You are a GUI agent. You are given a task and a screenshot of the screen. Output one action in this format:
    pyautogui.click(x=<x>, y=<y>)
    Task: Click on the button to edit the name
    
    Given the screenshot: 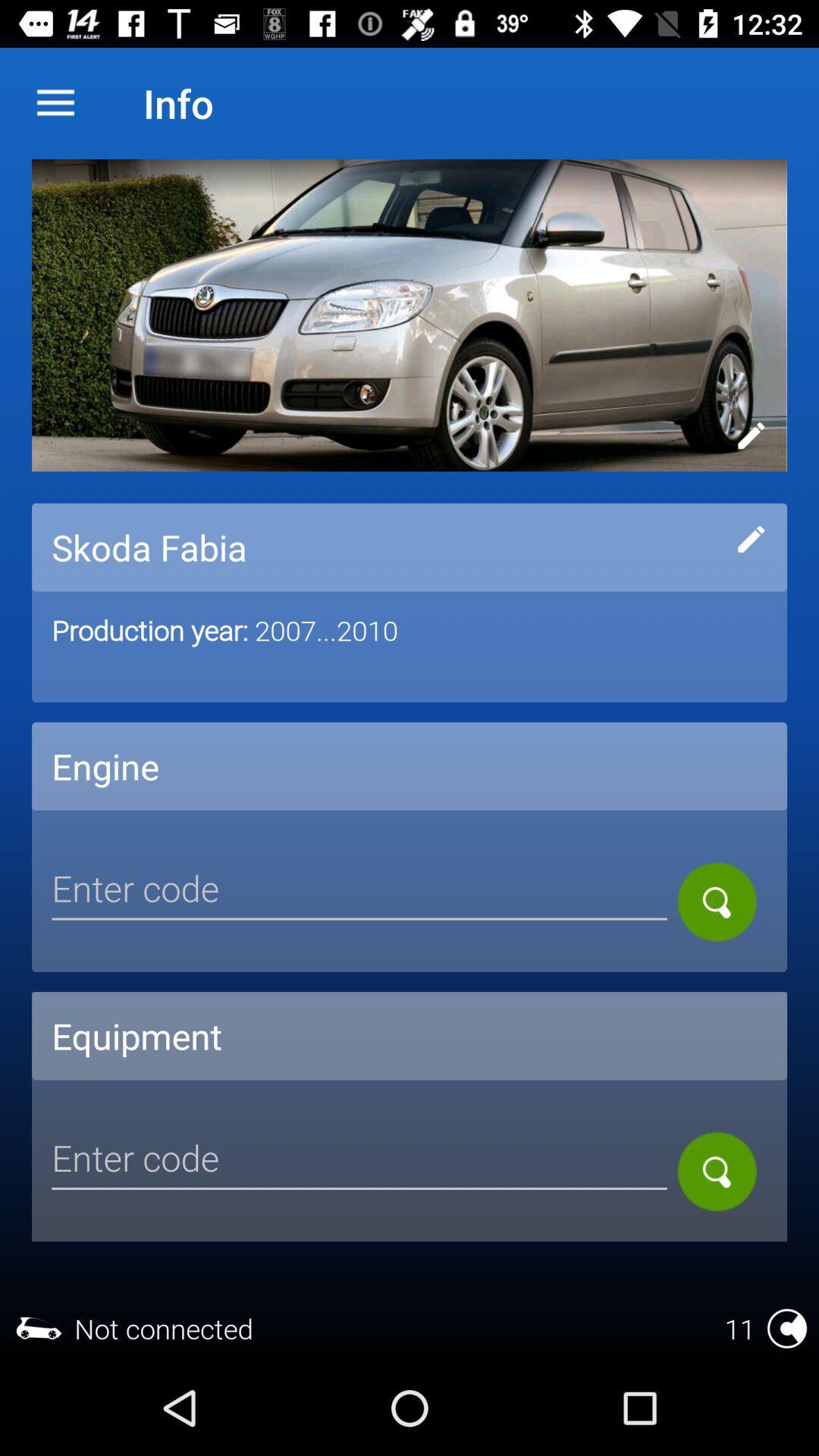 What is the action you would take?
    pyautogui.click(x=751, y=538)
    